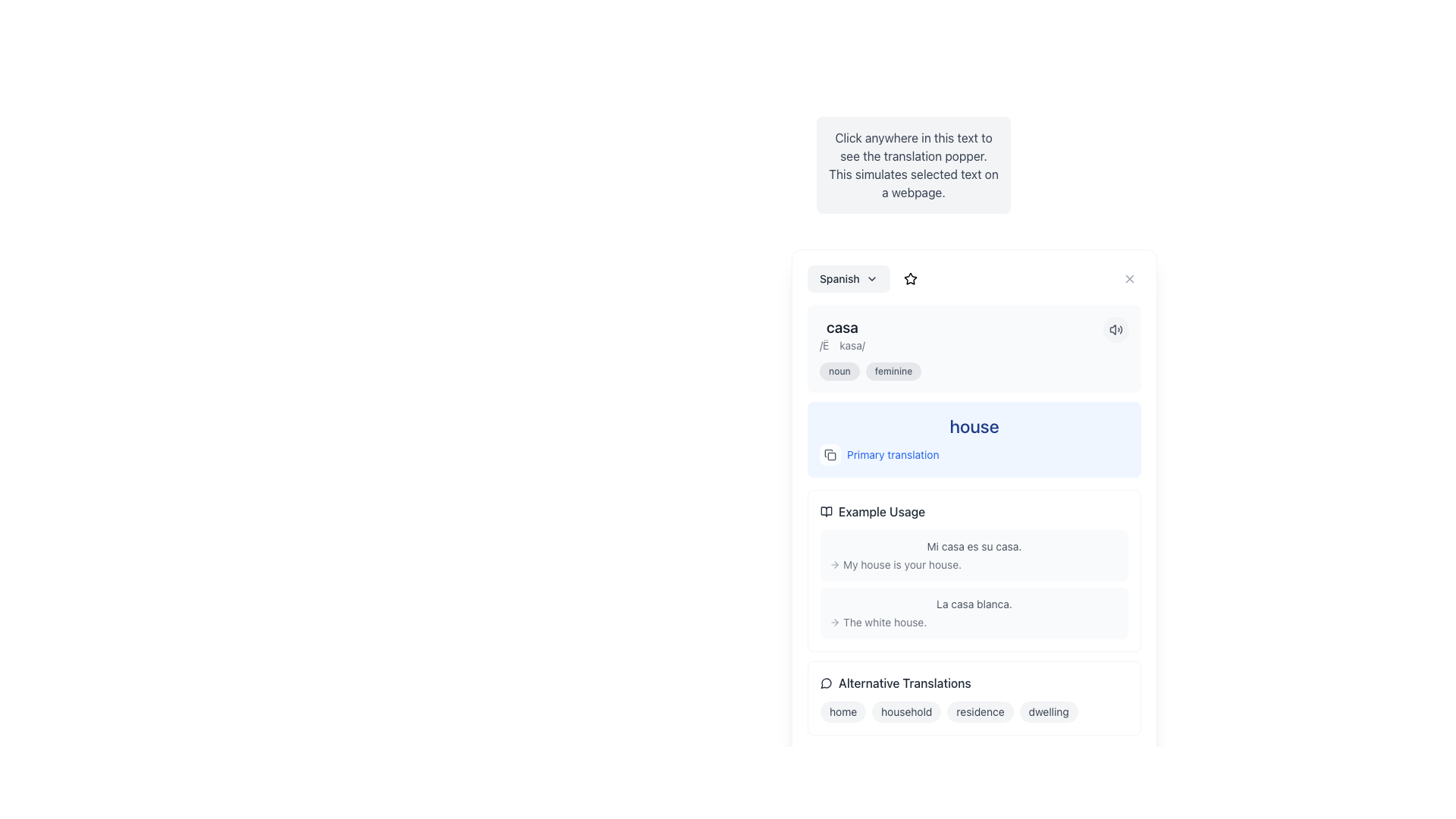 Image resolution: width=1456 pixels, height=819 pixels. What do you see at coordinates (974, 711) in the screenshot?
I see `the third text label in the horizontal group of alternative translation options, which is displayed as a pill-shaped element and is located within the 'Alternative Translations' box` at bounding box center [974, 711].